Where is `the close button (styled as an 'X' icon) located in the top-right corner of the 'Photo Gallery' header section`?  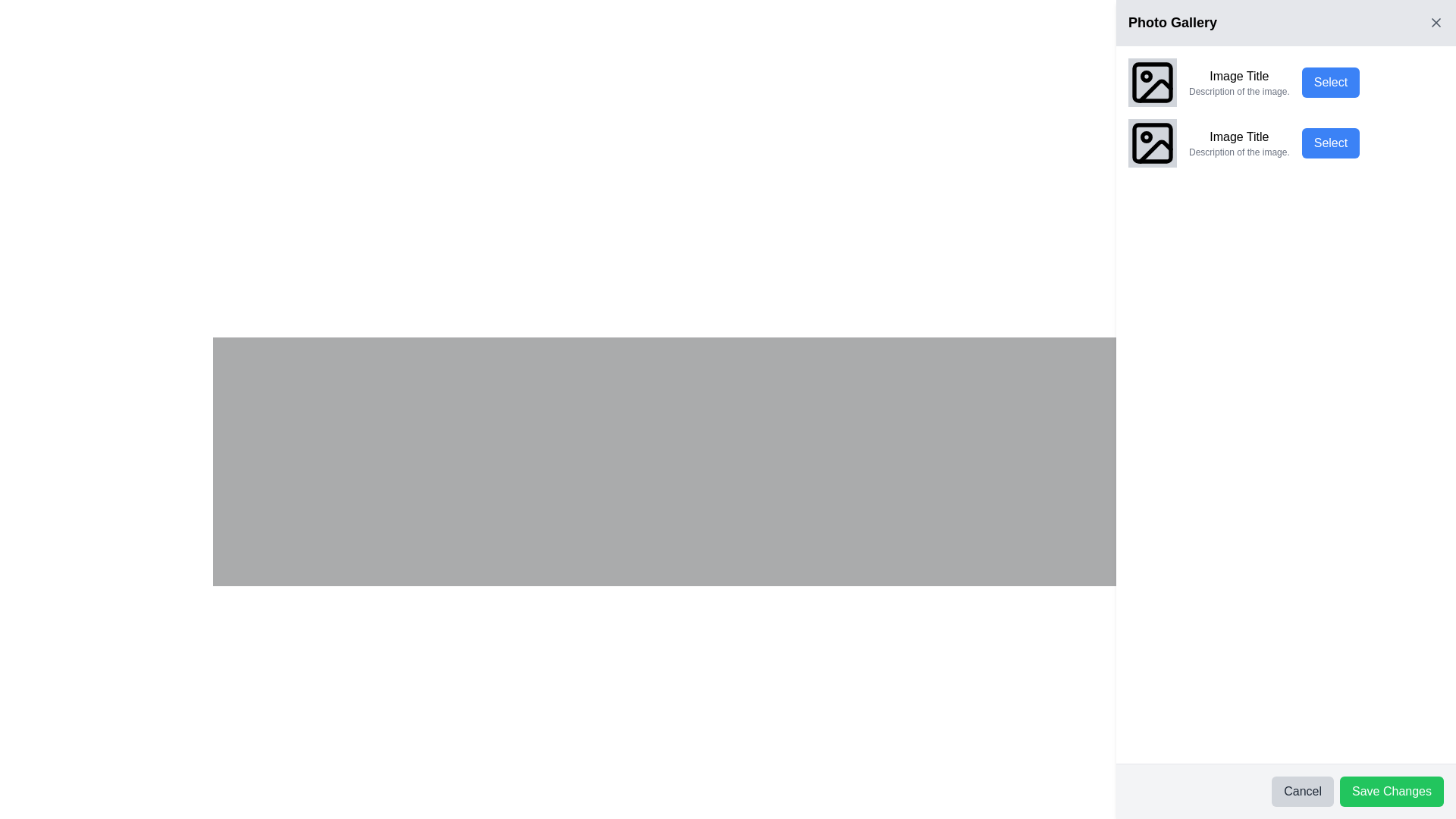 the close button (styled as an 'X' icon) located in the top-right corner of the 'Photo Gallery' header section is located at coordinates (1436, 23).